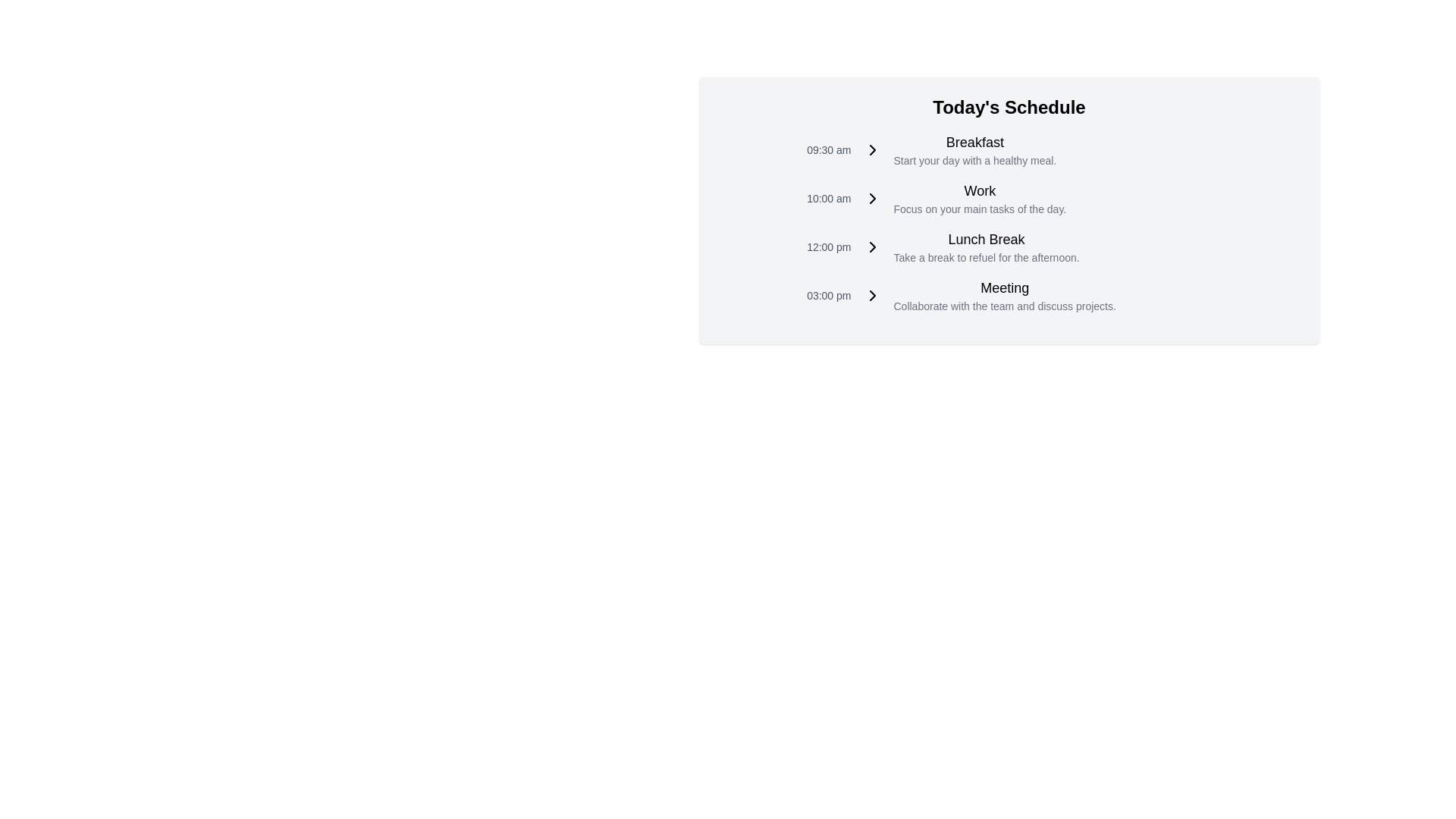 The height and width of the screenshot is (819, 1456). What do you see at coordinates (828, 198) in the screenshot?
I see `the text label displaying '10:00 am', which is the second time entry in a schedule list, located below '09:30 am' and above '12:00 pm'` at bounding box center [828, 198].